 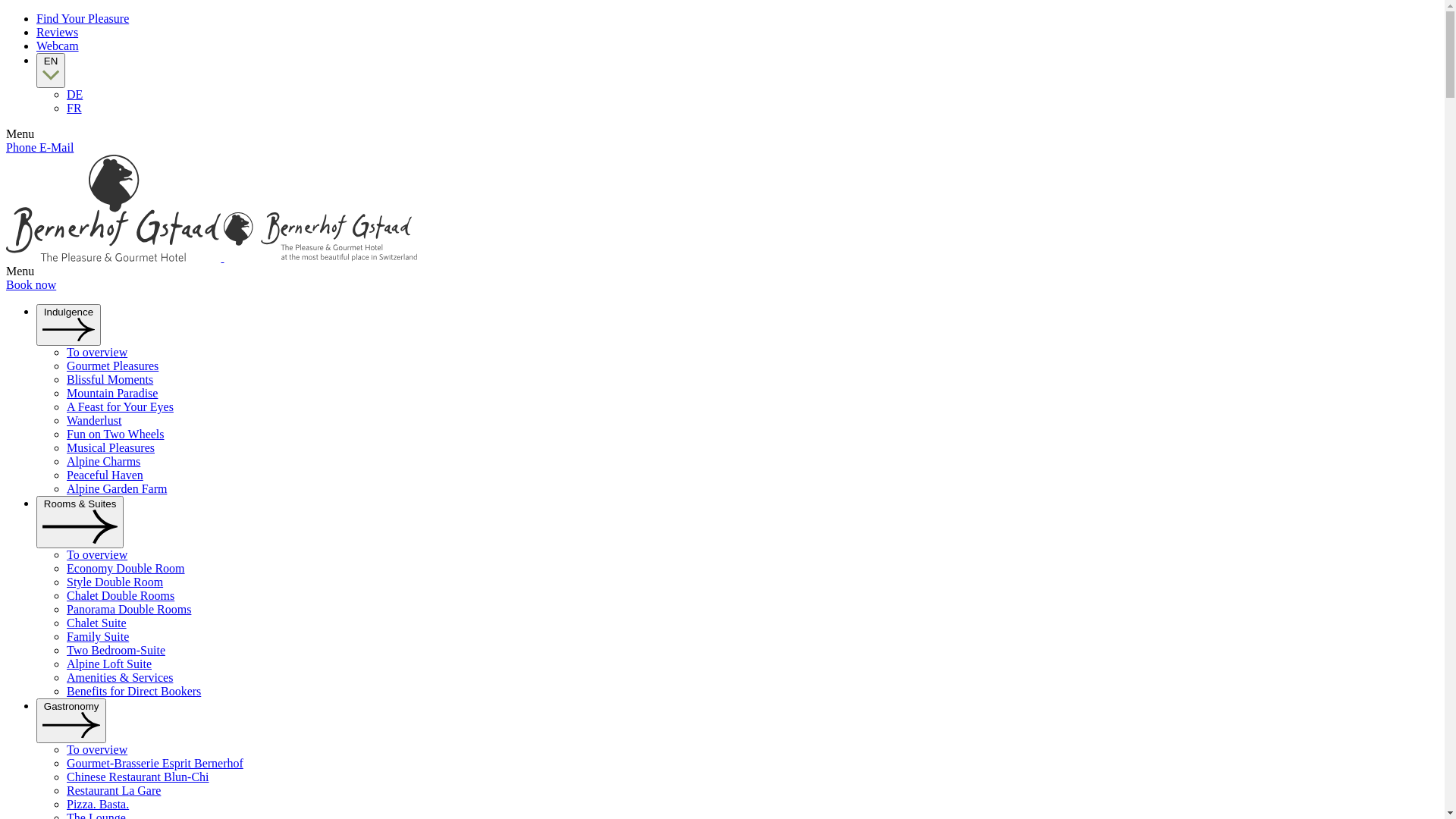 What do you see at coordinates (22, 147) in the screenshot?
I see `'Phone'` at bounding box center [22, 147].